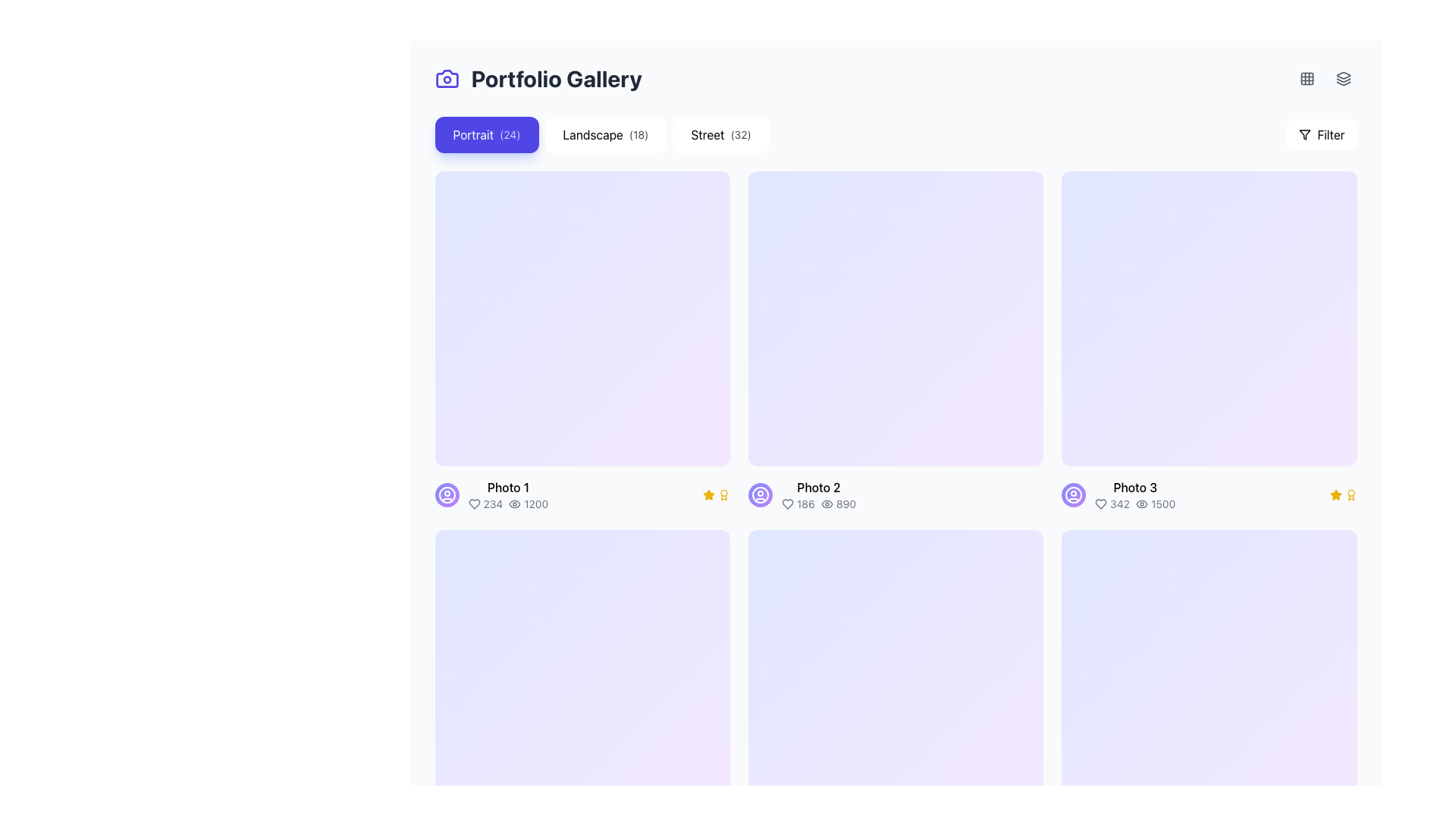 Image resolution: width=1456 pixels, height=819 pixels. Describe the element at coordinates (1073, 495) in the screenshot. I see `the circular user profile icon rendered in white on a gradient background above the text label 'Photo 2'` at that location.